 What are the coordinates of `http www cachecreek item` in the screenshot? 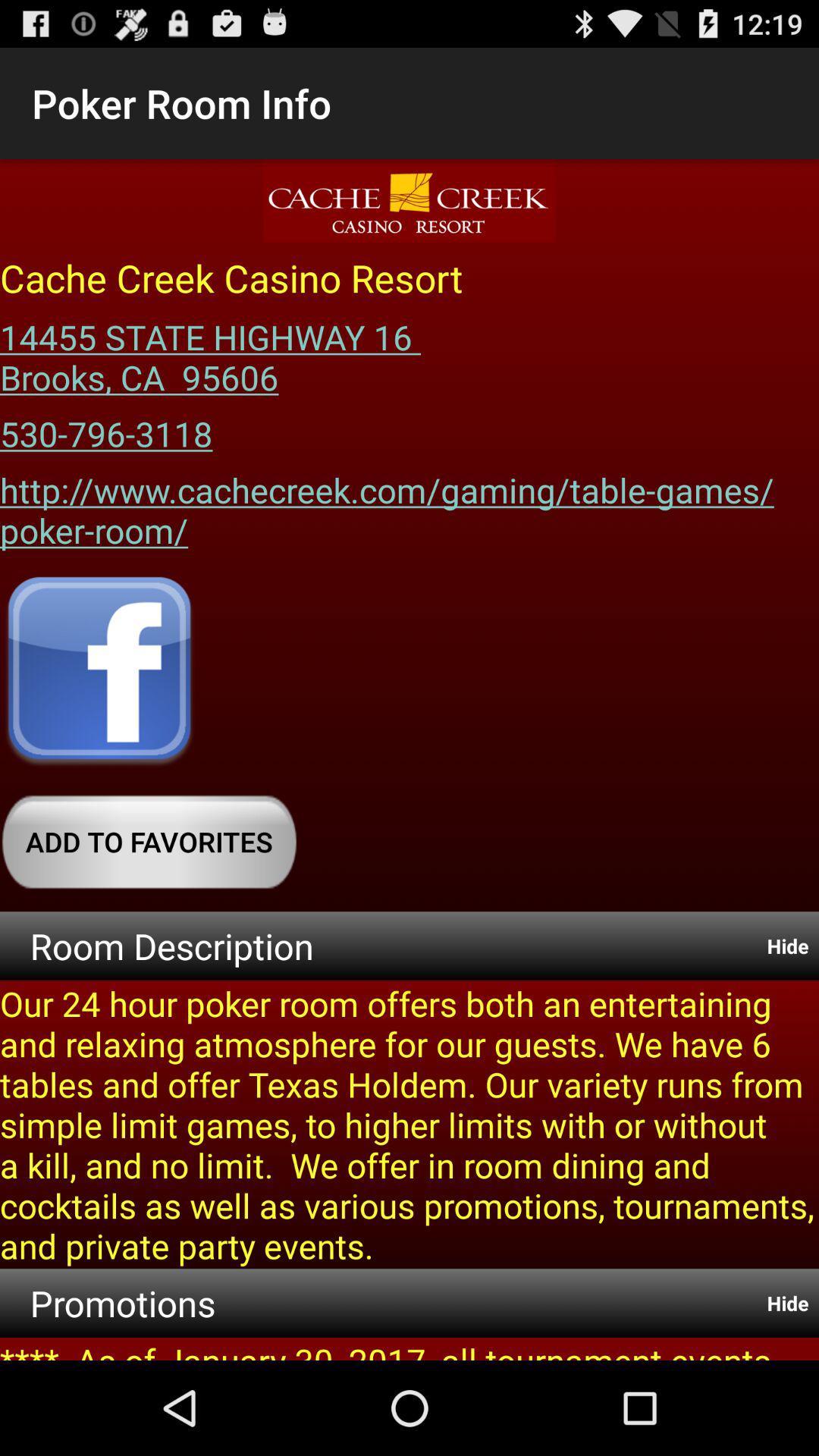 It's located at (409, 505).